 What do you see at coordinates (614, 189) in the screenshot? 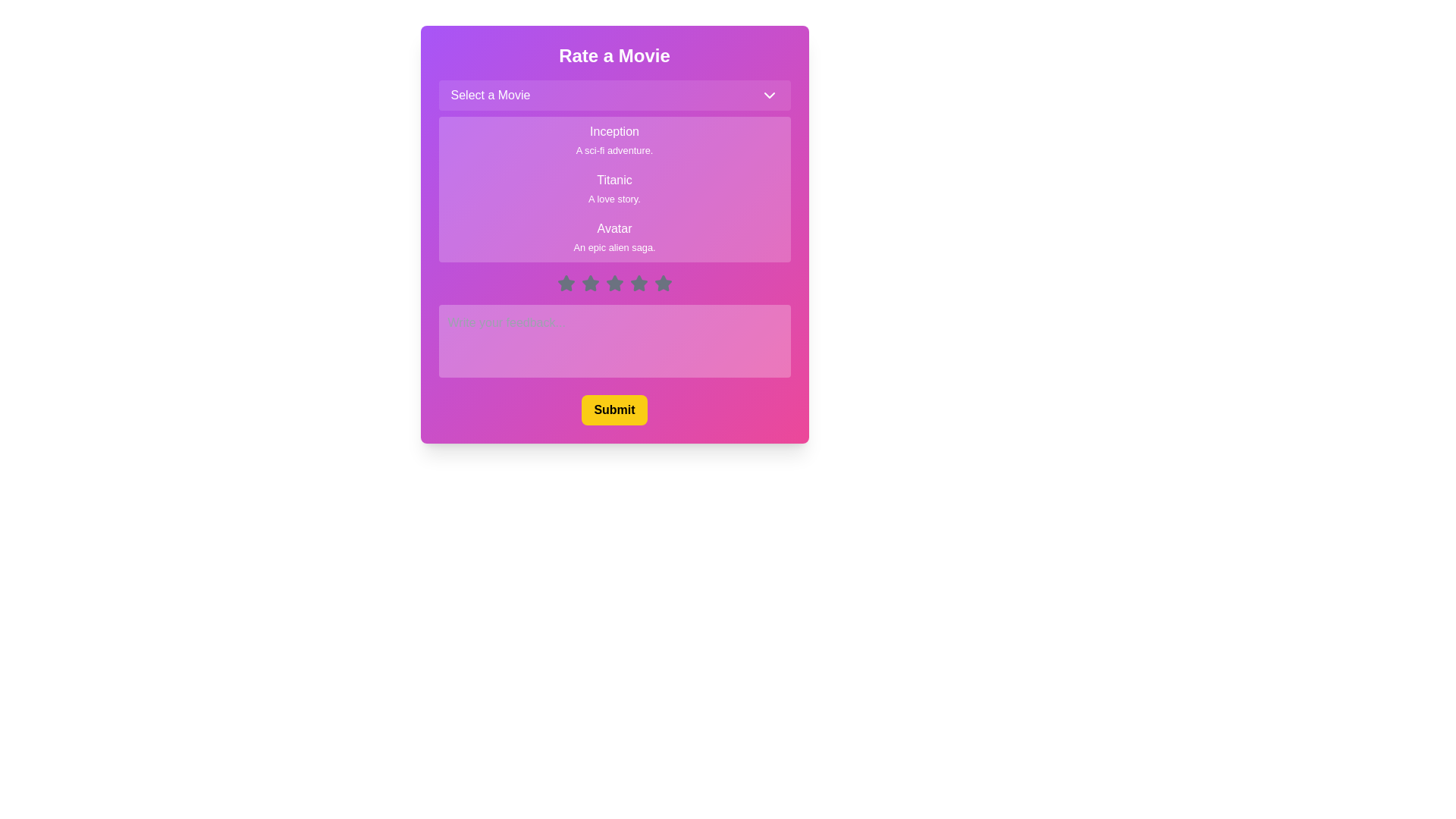
I see `to select the movie option that is the second entry in a vertical list, positioned between 'Inception' and 'Avatar'` at bounding box center [614, 189].